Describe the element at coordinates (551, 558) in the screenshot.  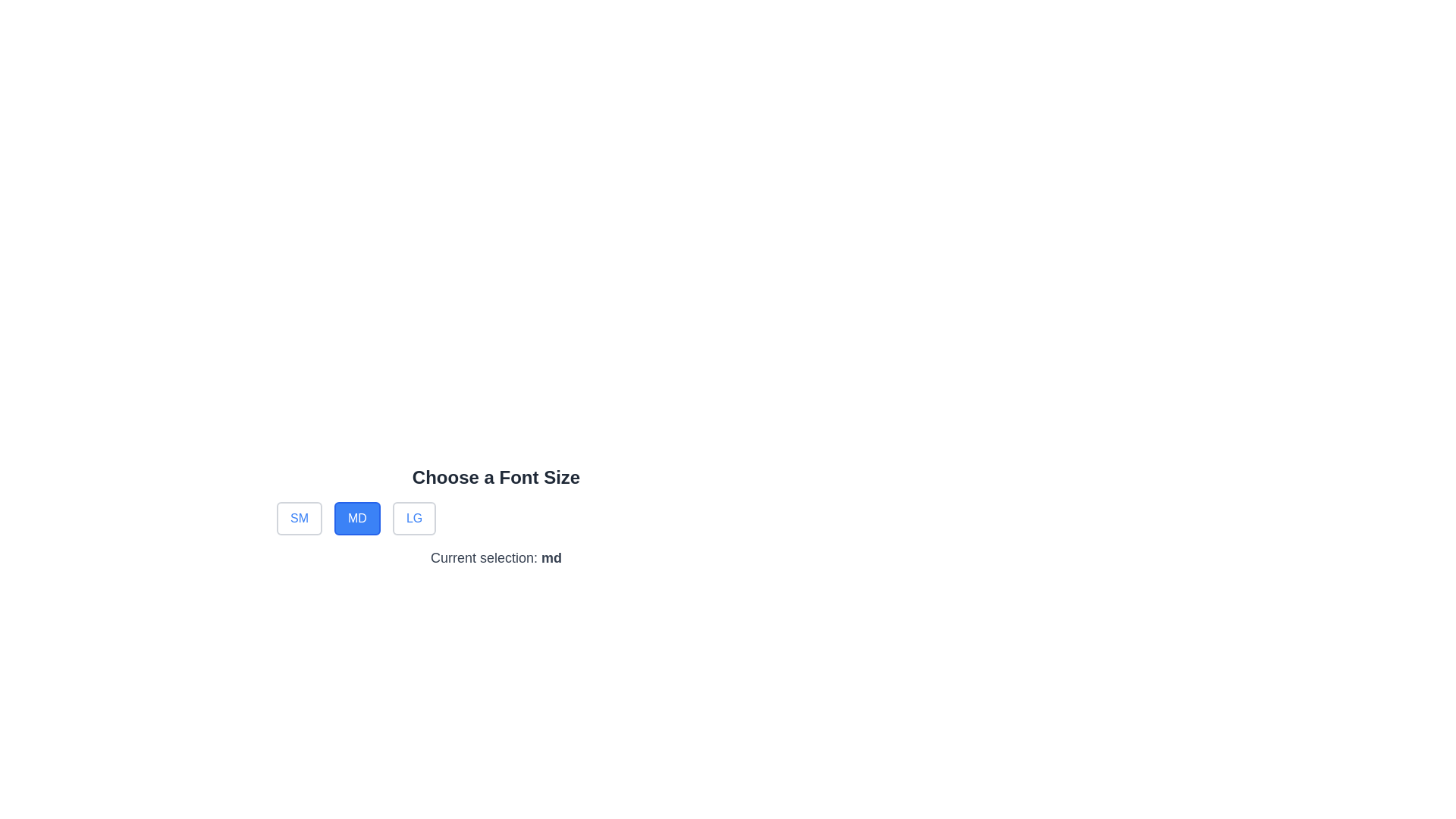
I see `the bold text displaying the label 'md' in dark gray color, which is part of the sentence 'Current selection: md' located below the font size selection area` at that location.